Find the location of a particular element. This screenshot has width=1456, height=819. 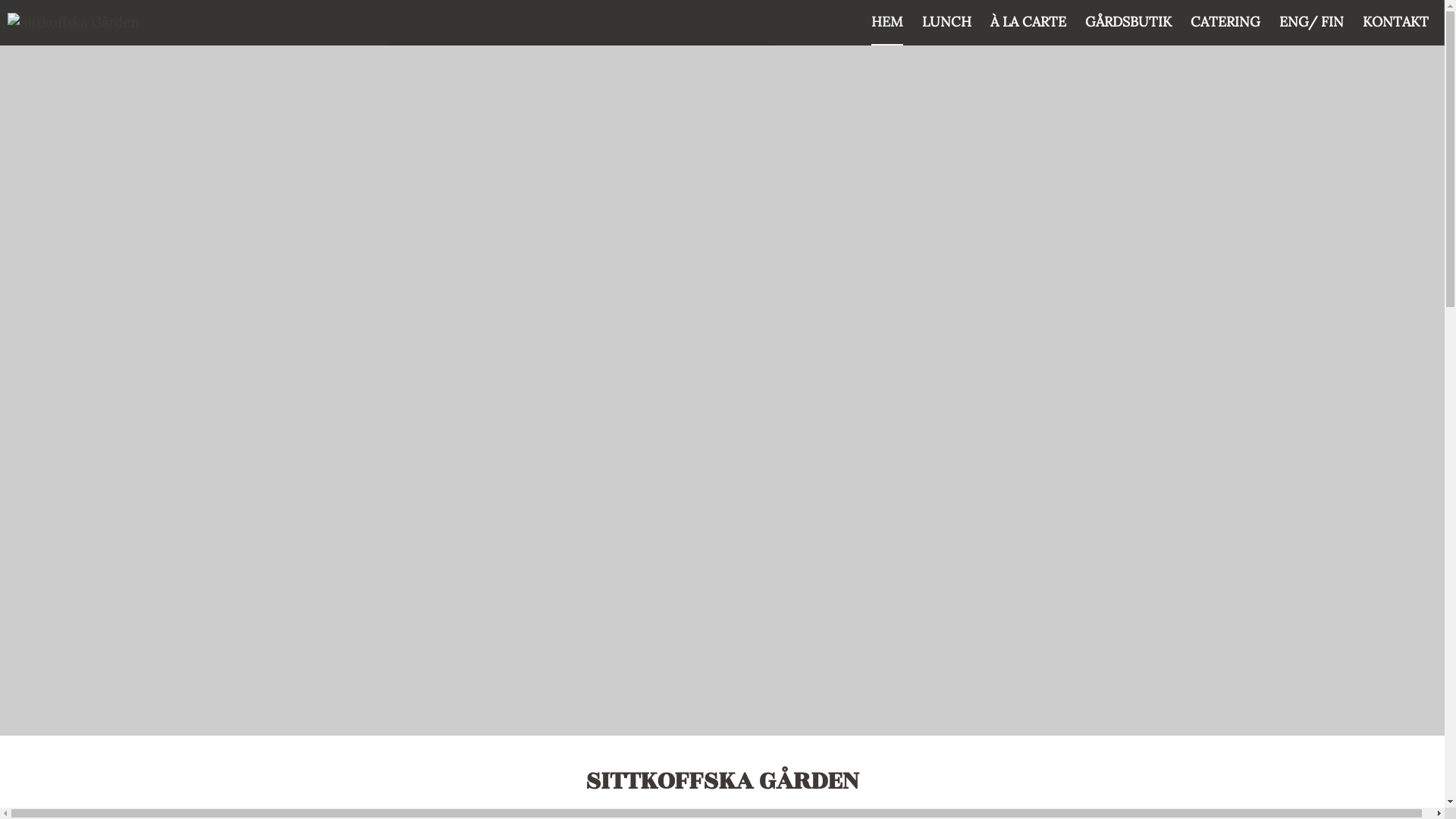

'CATERING' is located at coordinates (1225, 23).